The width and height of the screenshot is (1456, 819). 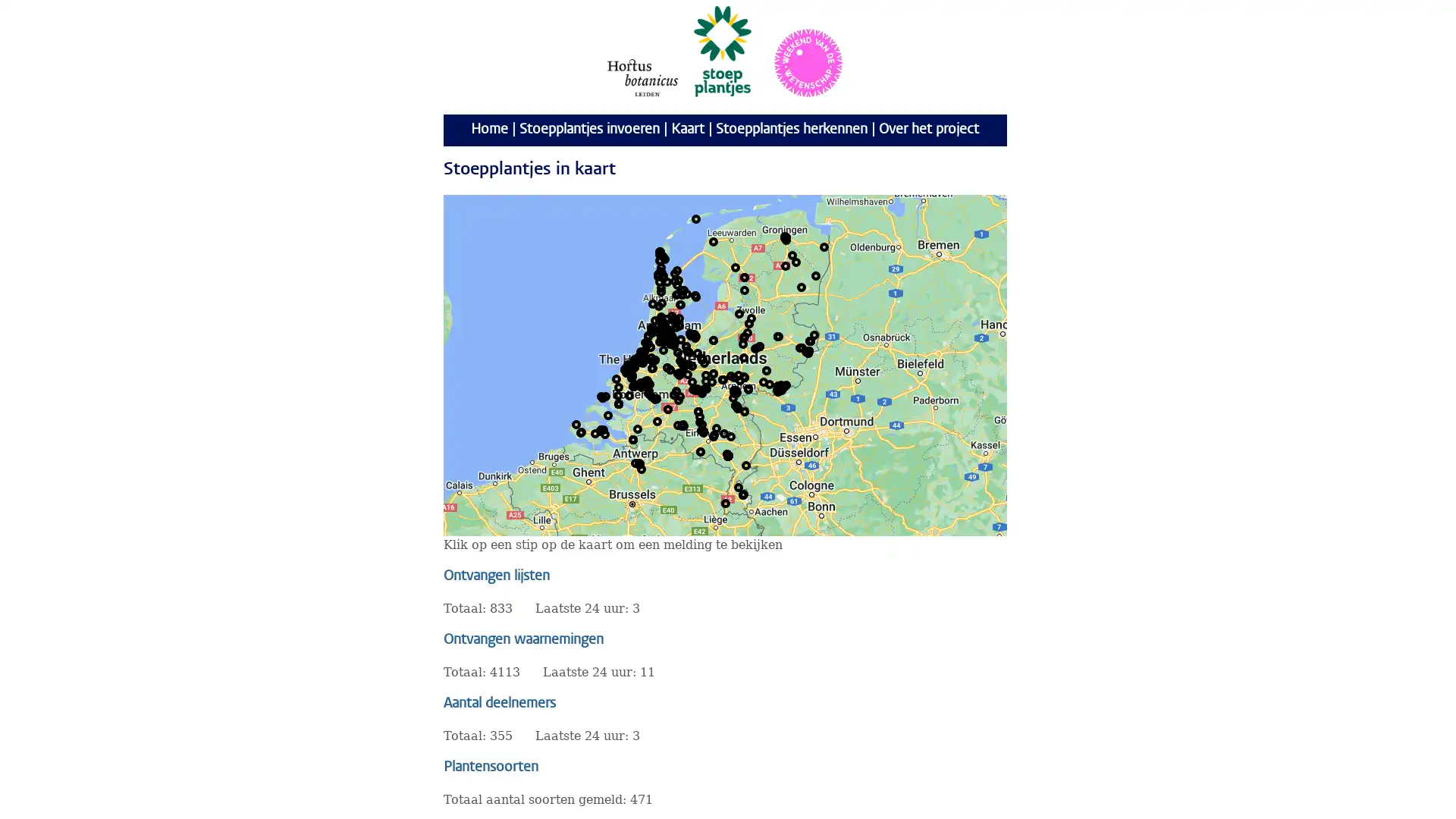 What do you see at coordinates (728, 454) in the screenshot?
I see `Telling van Ton Frenken op 17 april 2022` at bounding box center [728, 454].